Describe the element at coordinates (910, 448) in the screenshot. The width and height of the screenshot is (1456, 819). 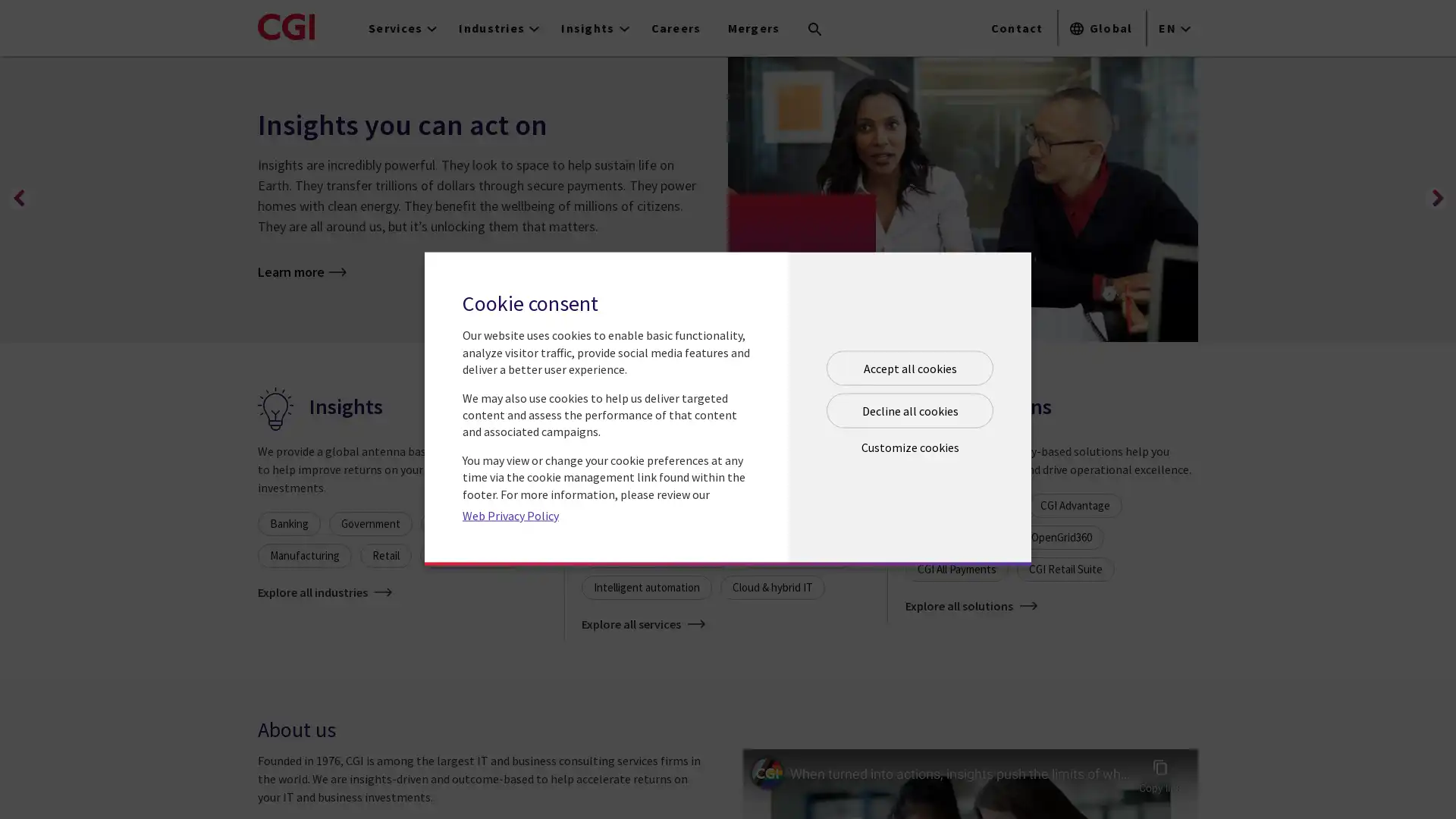
I see `Open customize cookie panel` at that location.